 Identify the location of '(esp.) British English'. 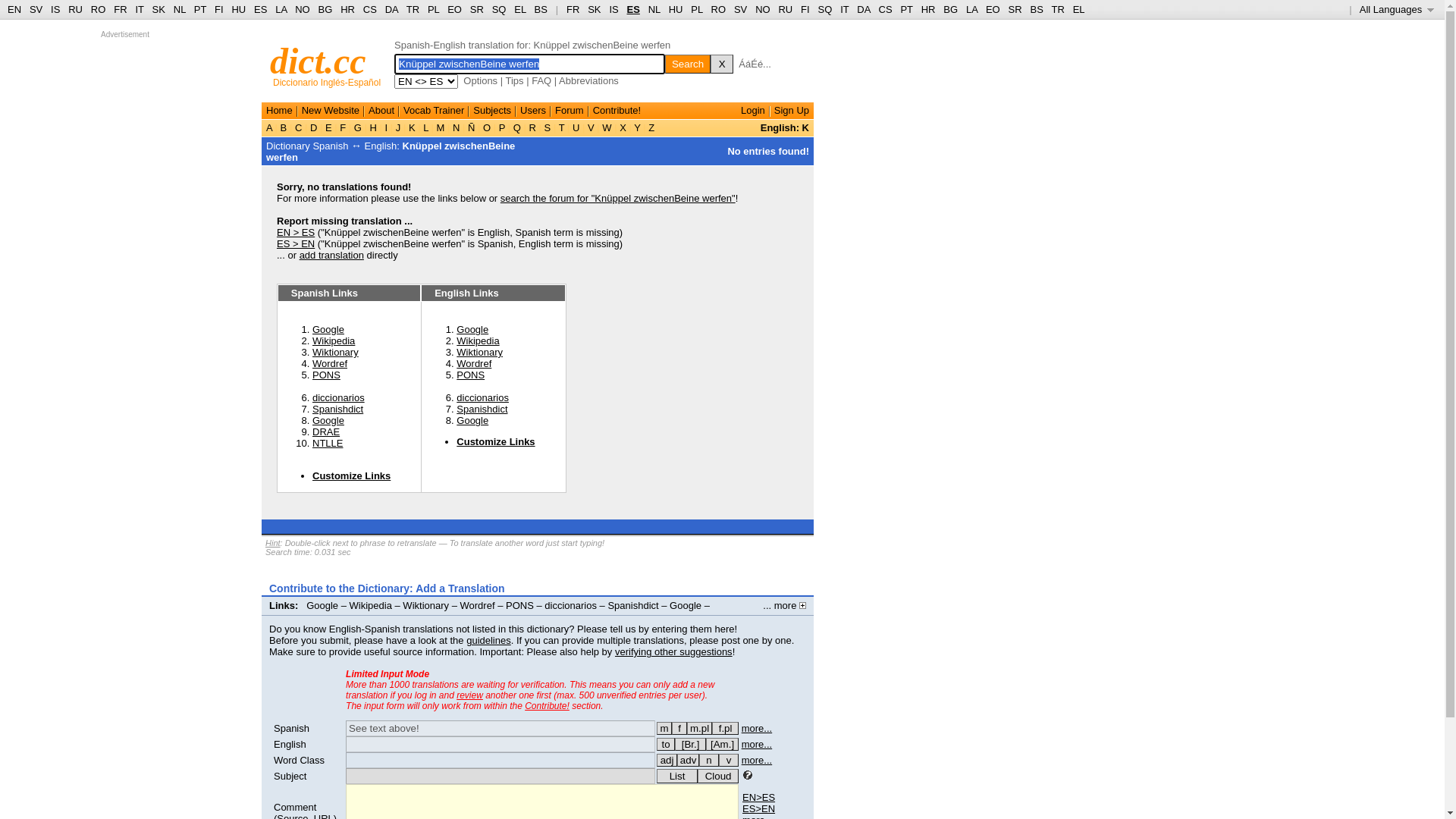
(689, 743).